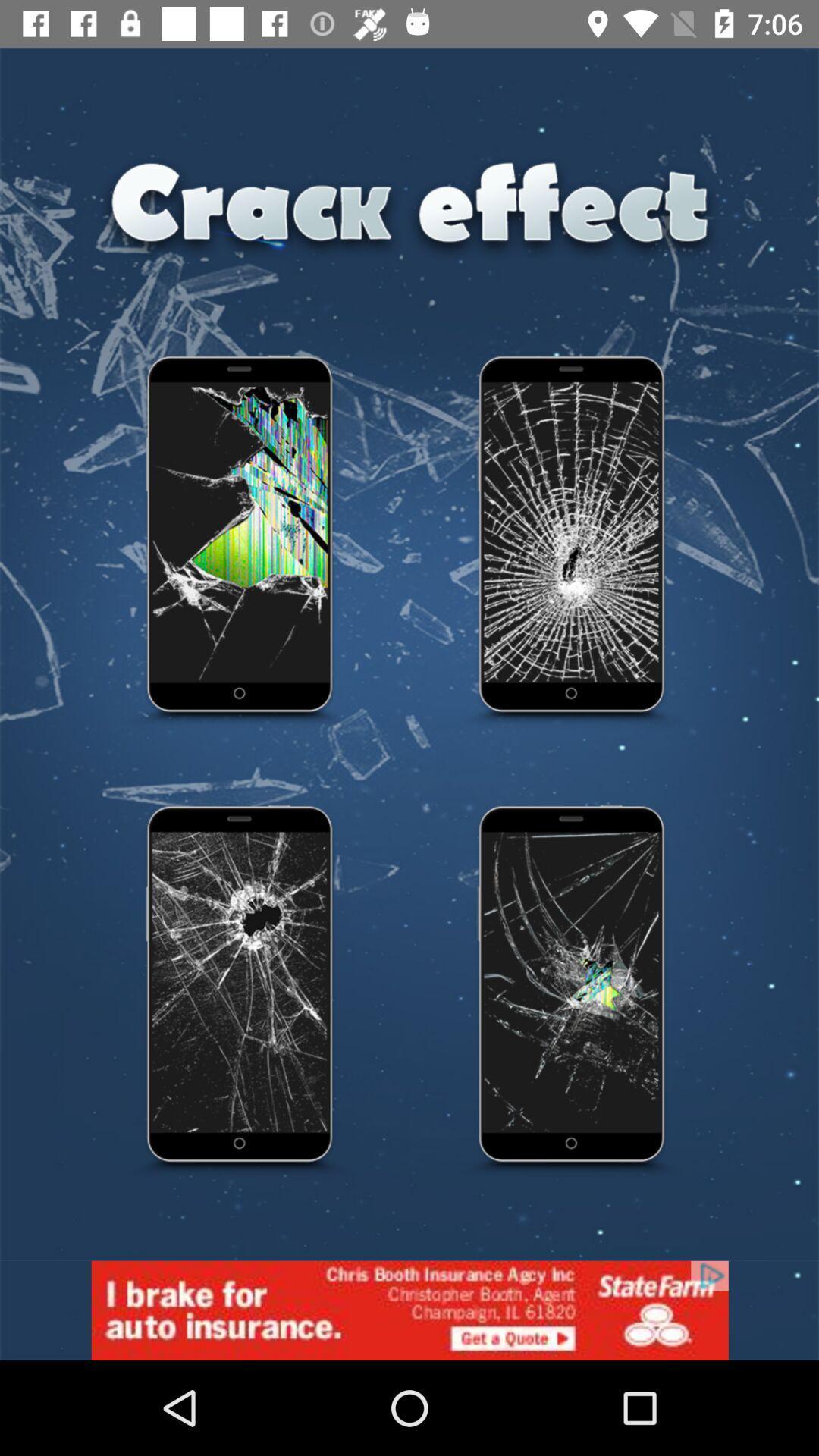 Image resolution: width=819 pixels, height=1456 pixels. Describe the element at coordinates (240, 542) in the screenshot. I see `choose effect` at that location.